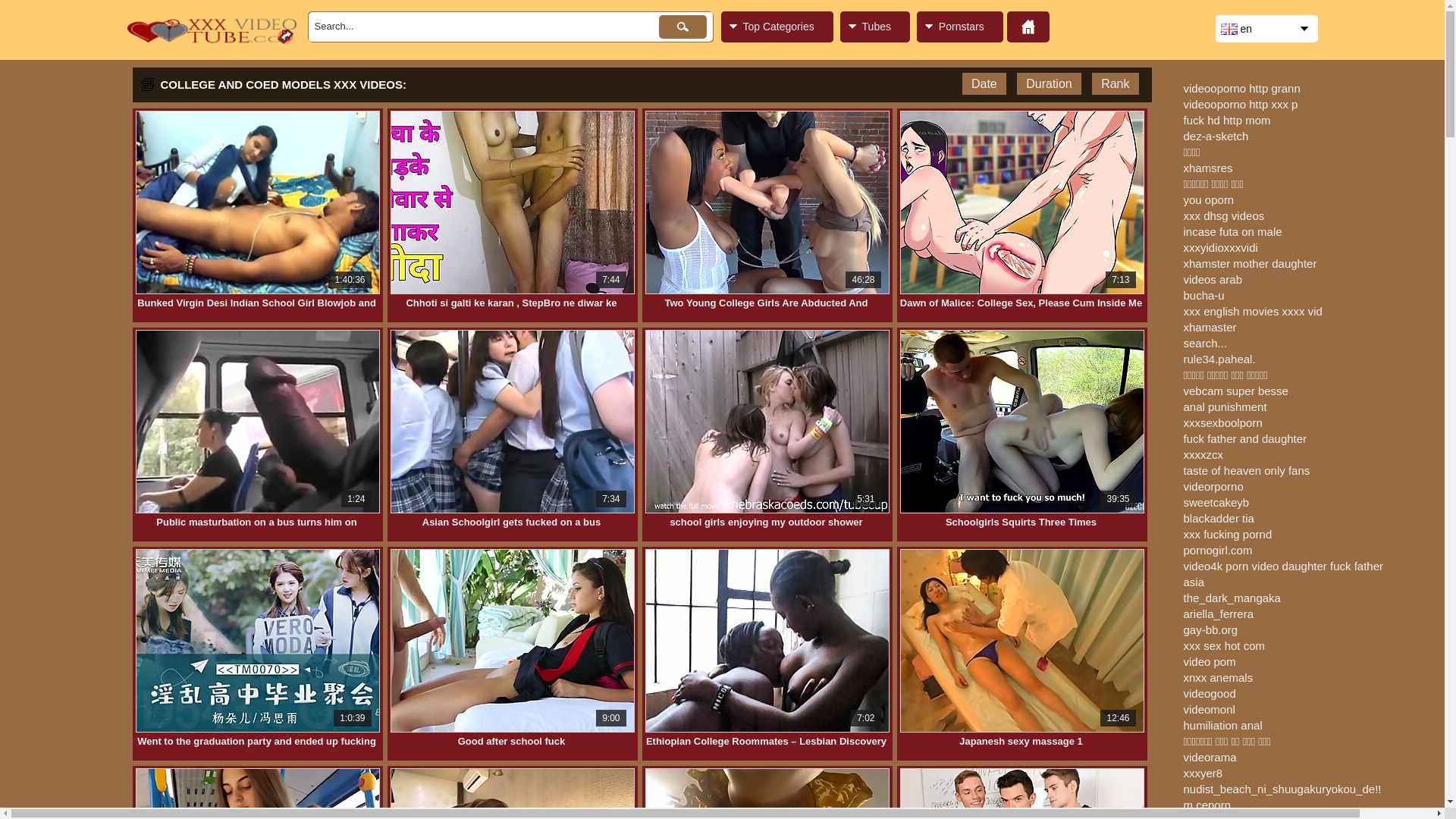  I want to click on 'you oporn', so click(1207, 199).